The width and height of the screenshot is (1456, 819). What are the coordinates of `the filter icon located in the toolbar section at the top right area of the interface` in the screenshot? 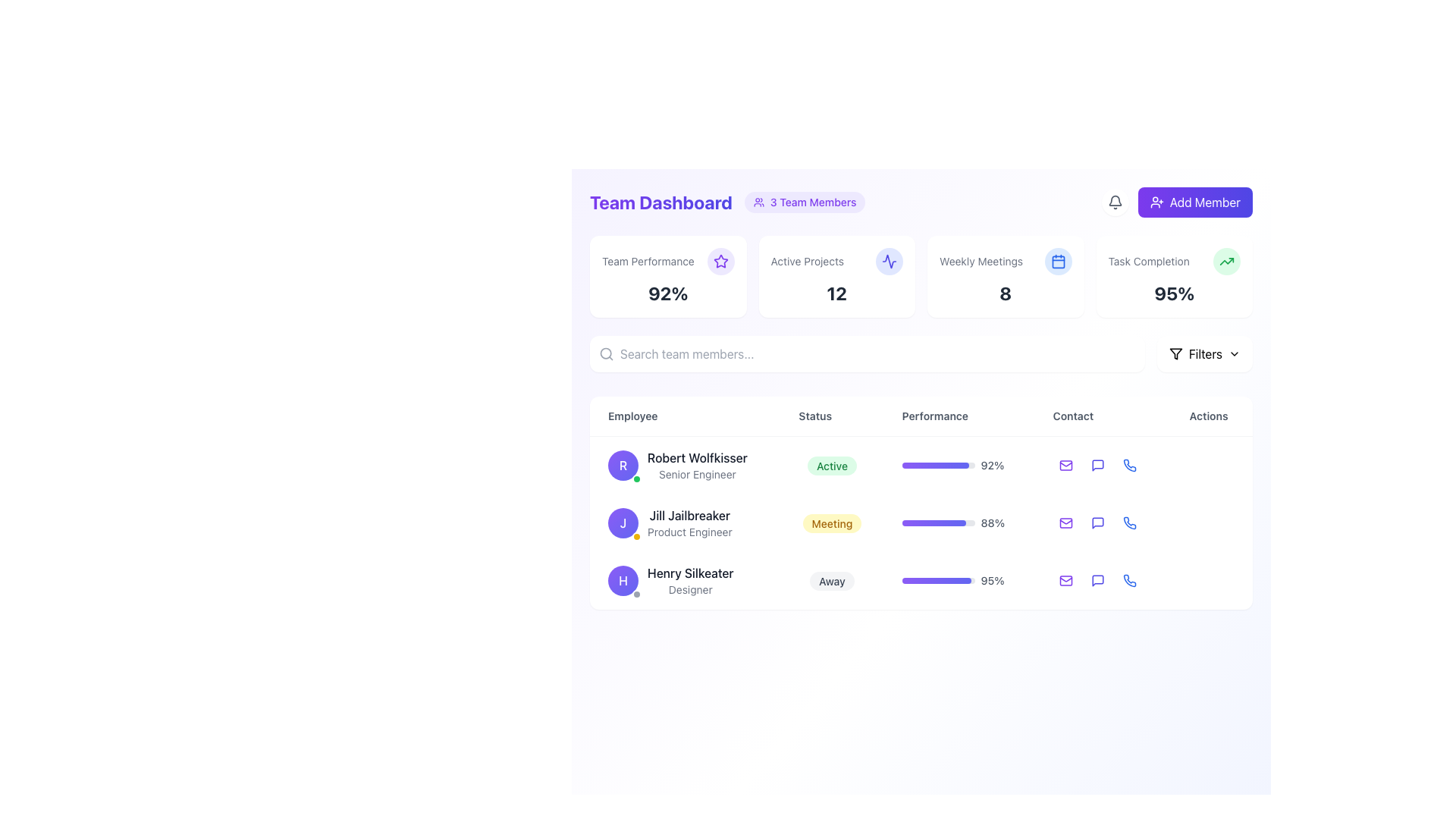 It's located at (1175, 353).